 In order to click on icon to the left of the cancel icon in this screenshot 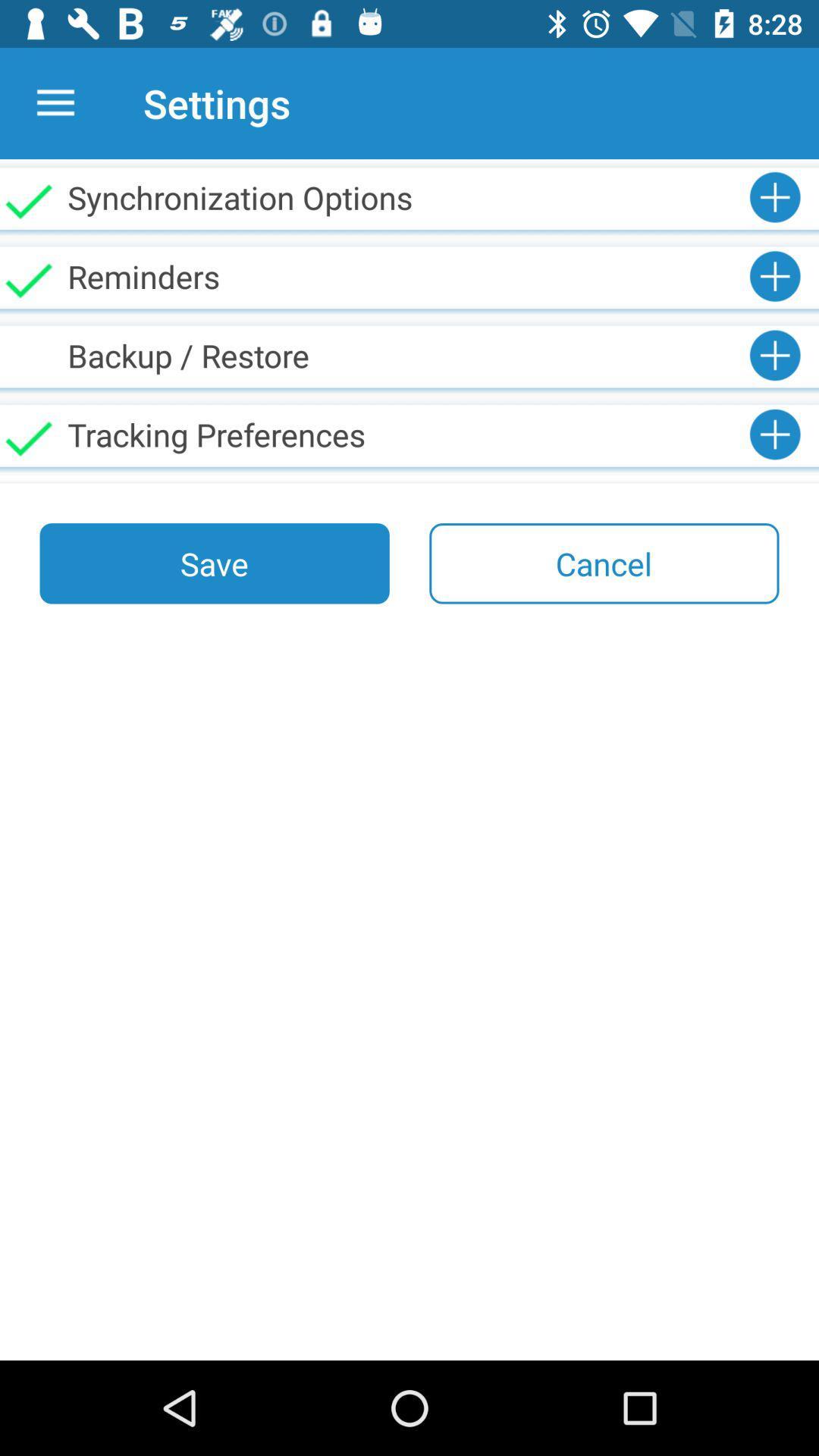, I will do `click(215, 563)`.